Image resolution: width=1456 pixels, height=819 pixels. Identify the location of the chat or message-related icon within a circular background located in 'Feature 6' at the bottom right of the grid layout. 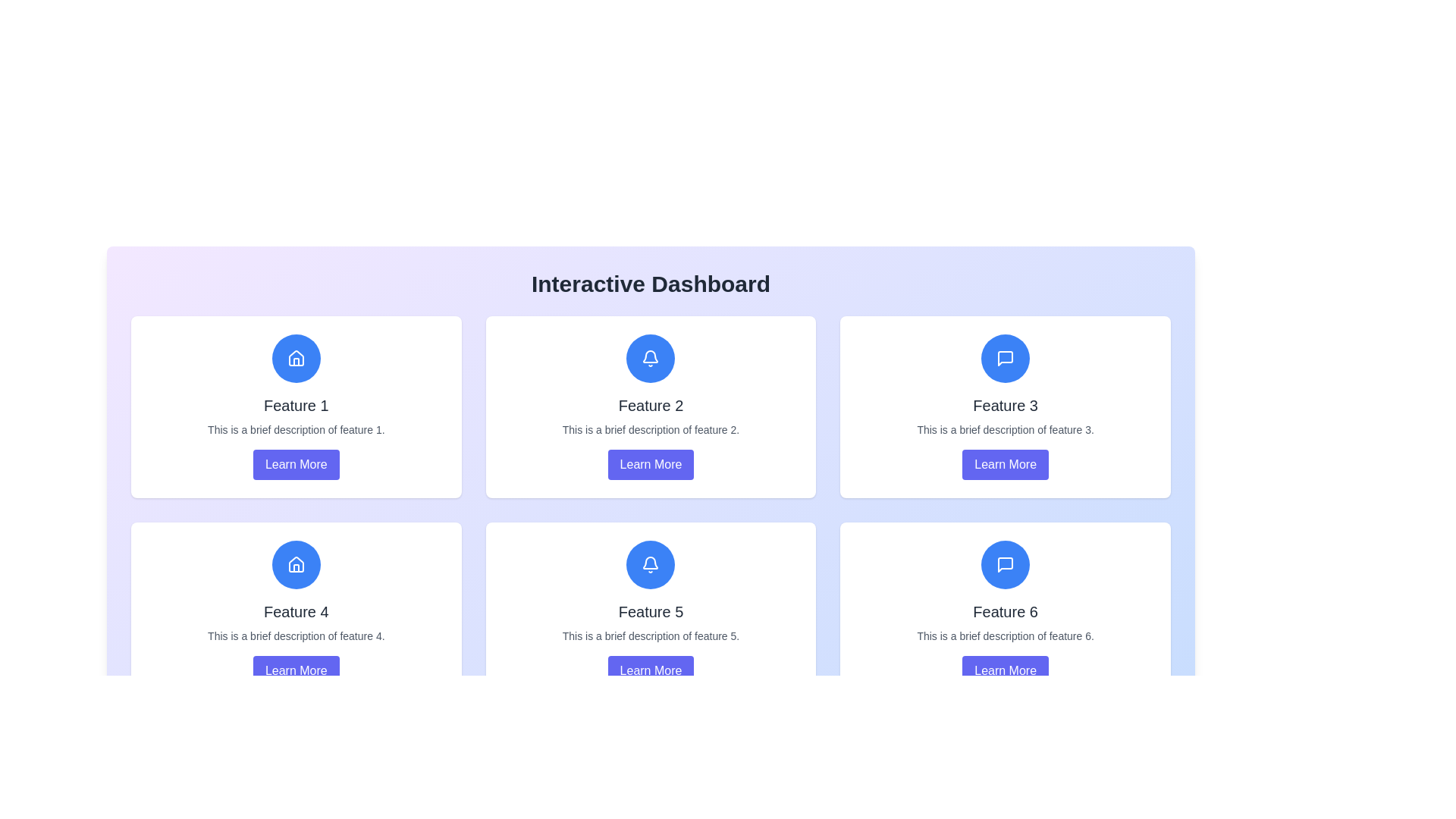
(1006, 564).